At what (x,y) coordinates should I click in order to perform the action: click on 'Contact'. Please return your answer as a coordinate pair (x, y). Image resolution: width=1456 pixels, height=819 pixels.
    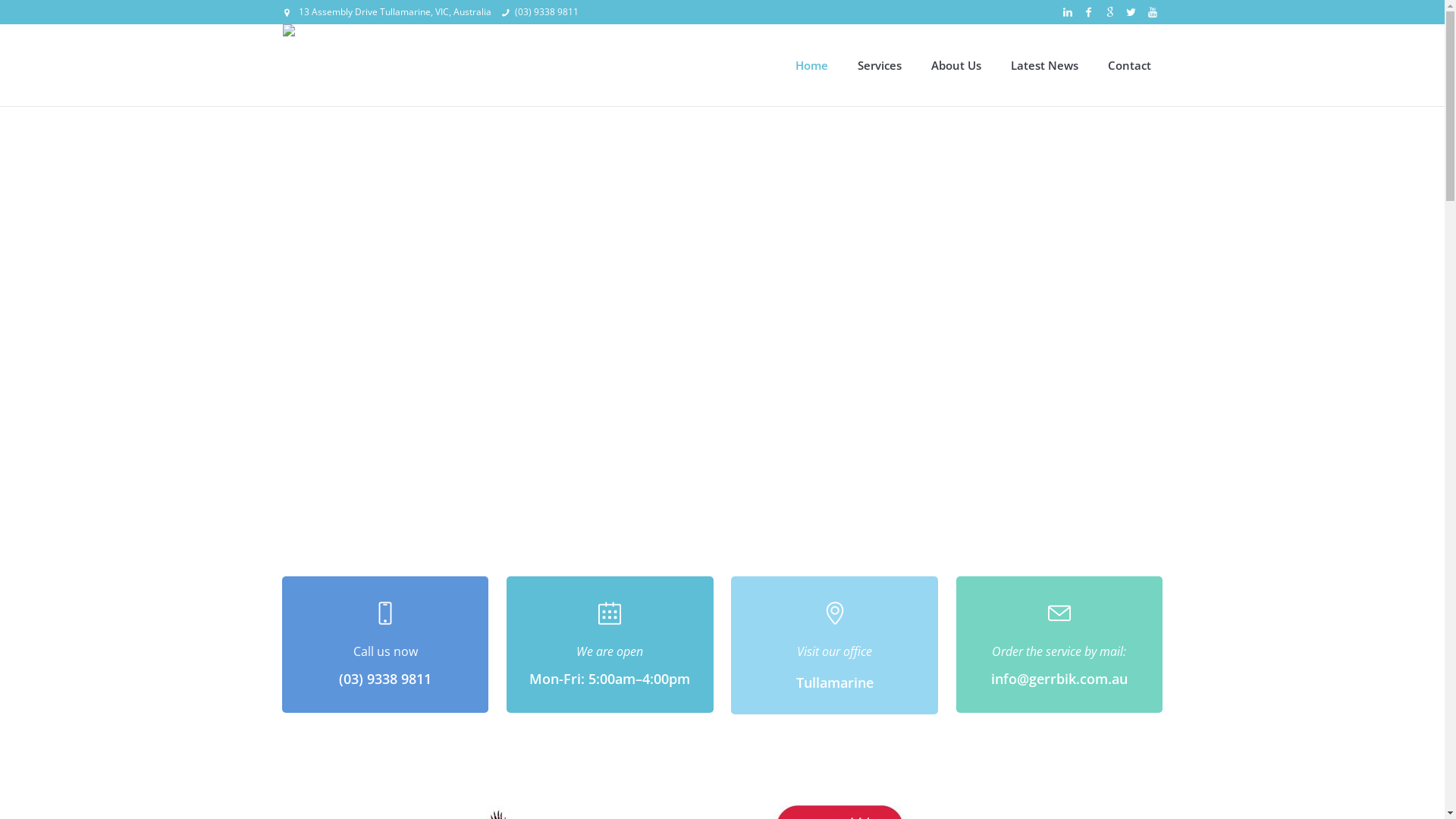
    Looking at the image, I should click on (1129, 64).